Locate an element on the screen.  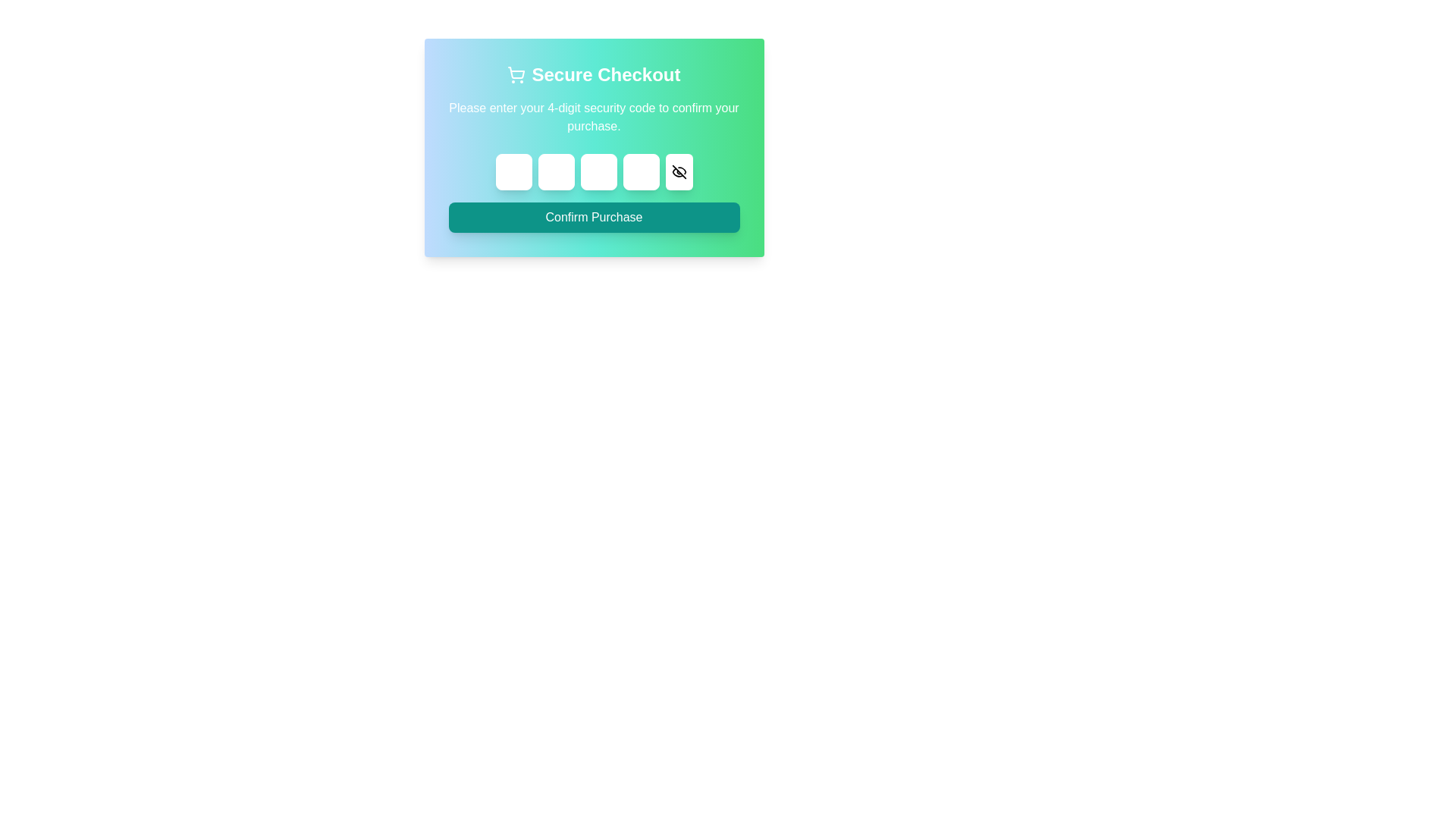
the Text Label providing instructions for the security code input, located below the 'Secure Checkout' heading is located at coordinates (593, 116).